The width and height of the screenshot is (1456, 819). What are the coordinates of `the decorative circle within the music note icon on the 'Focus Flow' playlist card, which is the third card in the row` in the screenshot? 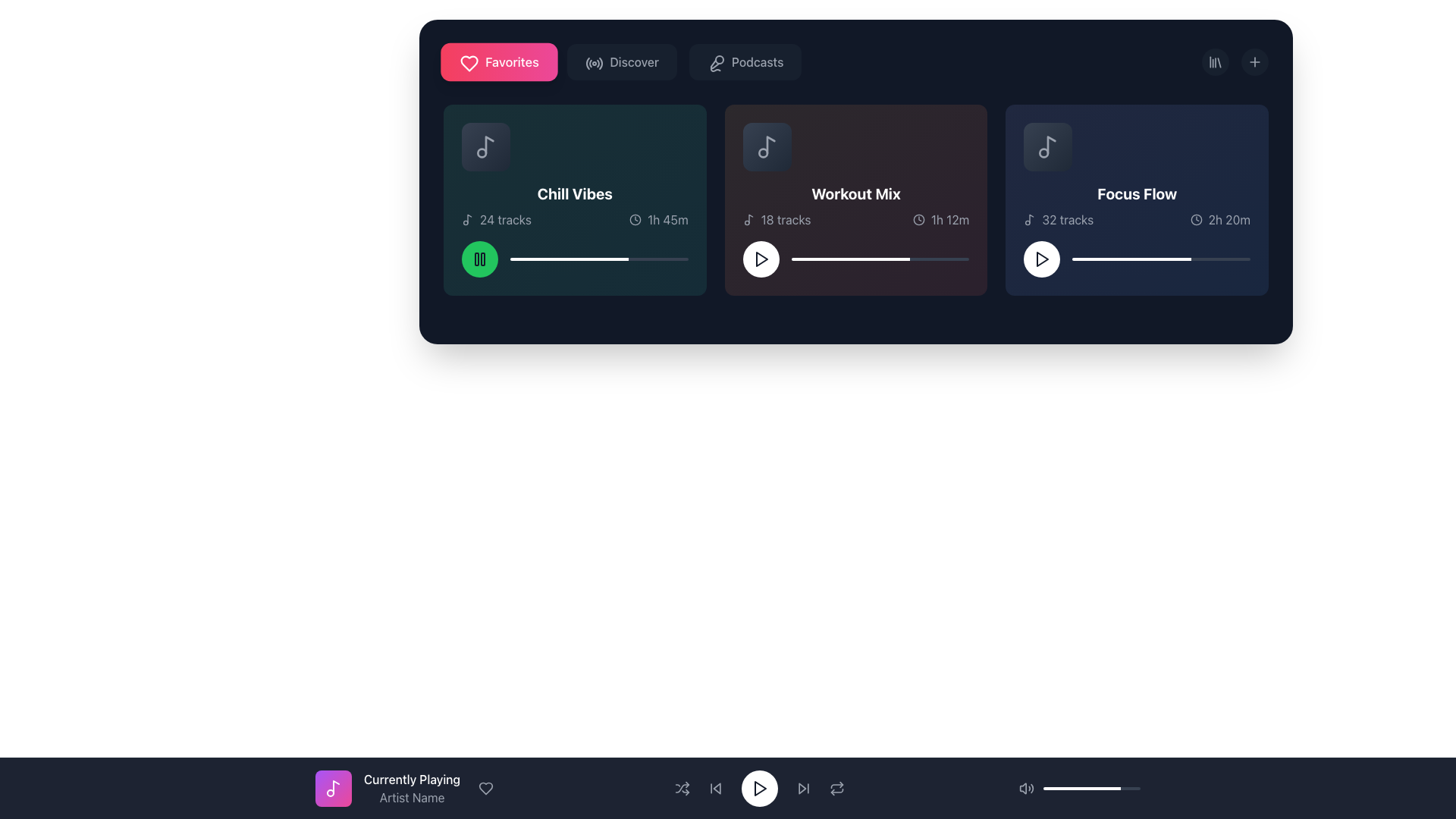 It's located at (1043, 152).